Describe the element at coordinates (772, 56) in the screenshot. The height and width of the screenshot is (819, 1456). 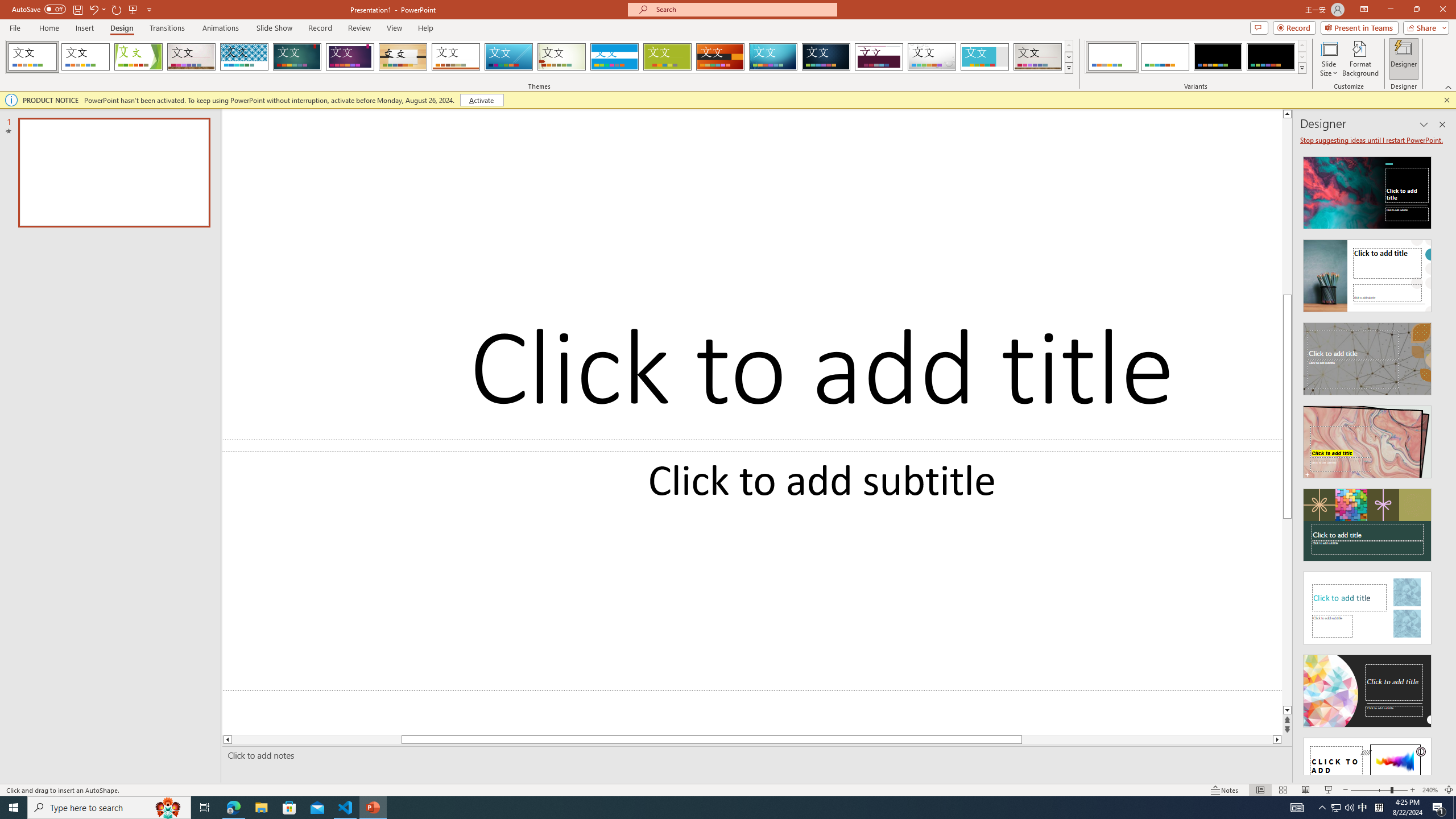
I see `'Circuit'` at that location.